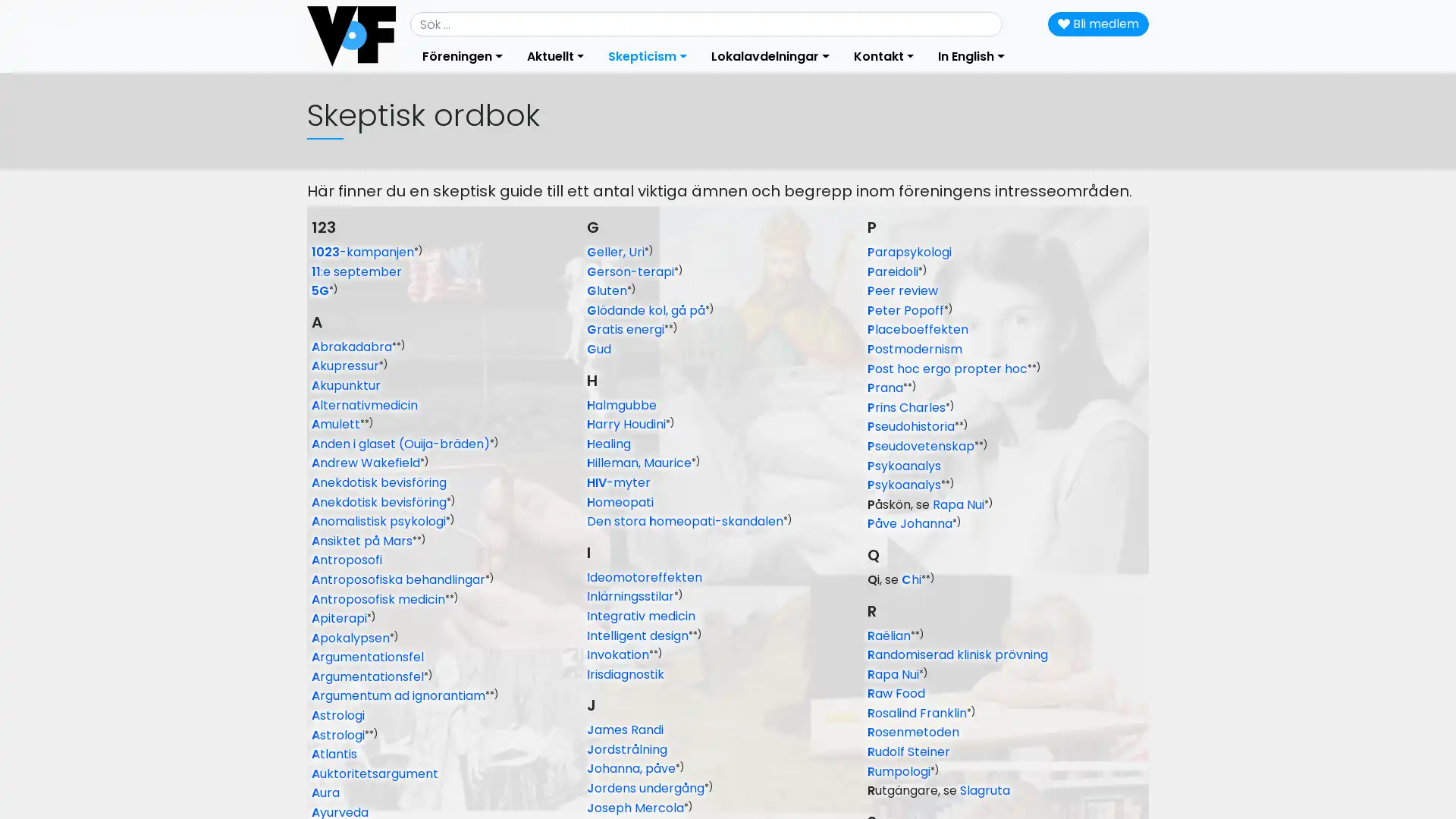 This screenshot has height=819, width=1456. Describe the element at coordinates (1098, 24) in the screenshot. I see `Bli medlem` at that location.